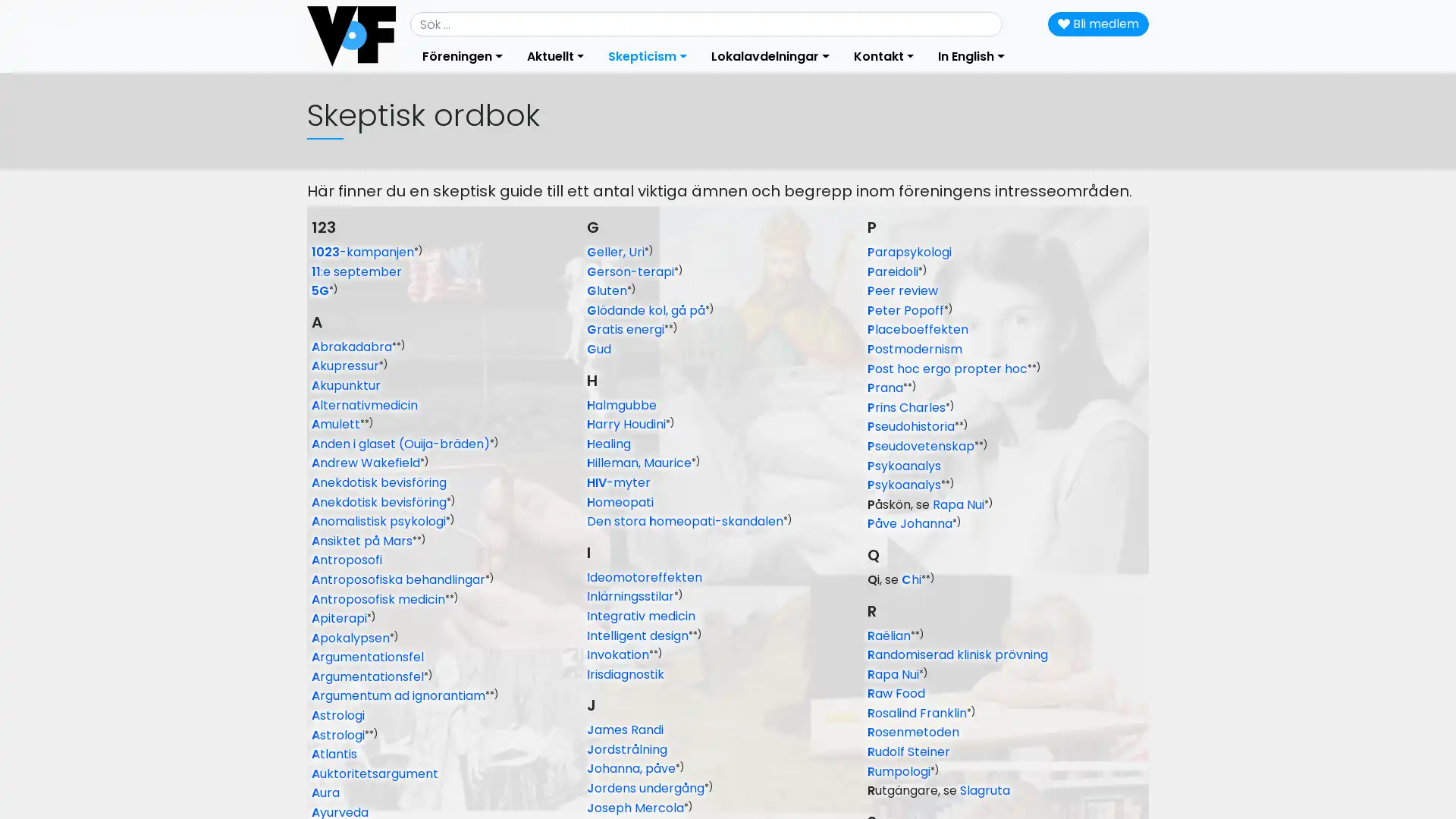 This screenshot has height=819, width=1456. Describe the element at coordinates (1098, 24) in the screenshot. I see `Bli medlem` at that location.